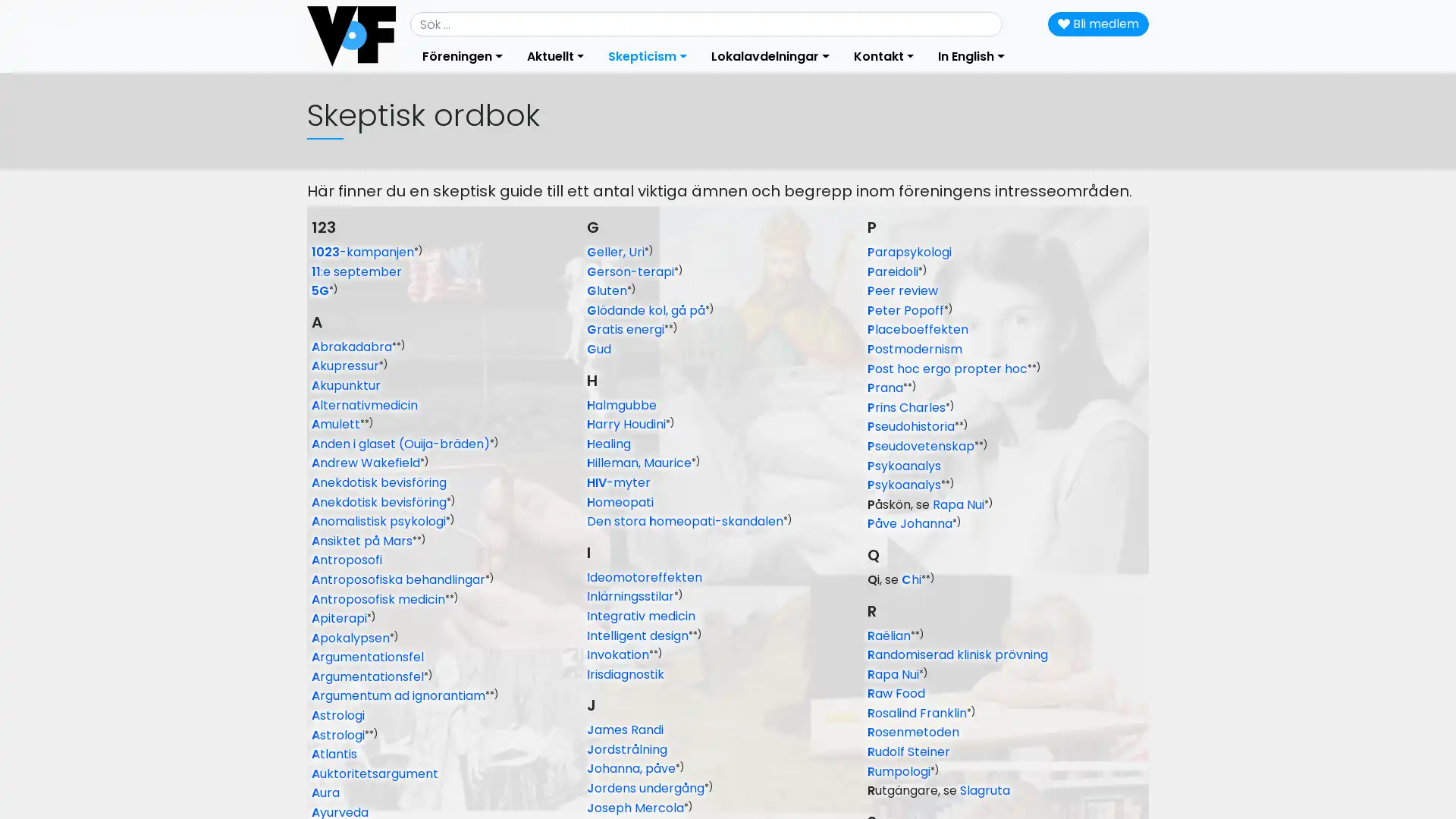 This screenshot has height=819, width=1456. Describe the element at coordinates (1098, 24) in the screenshot. I see `Bli medlem` at that location.